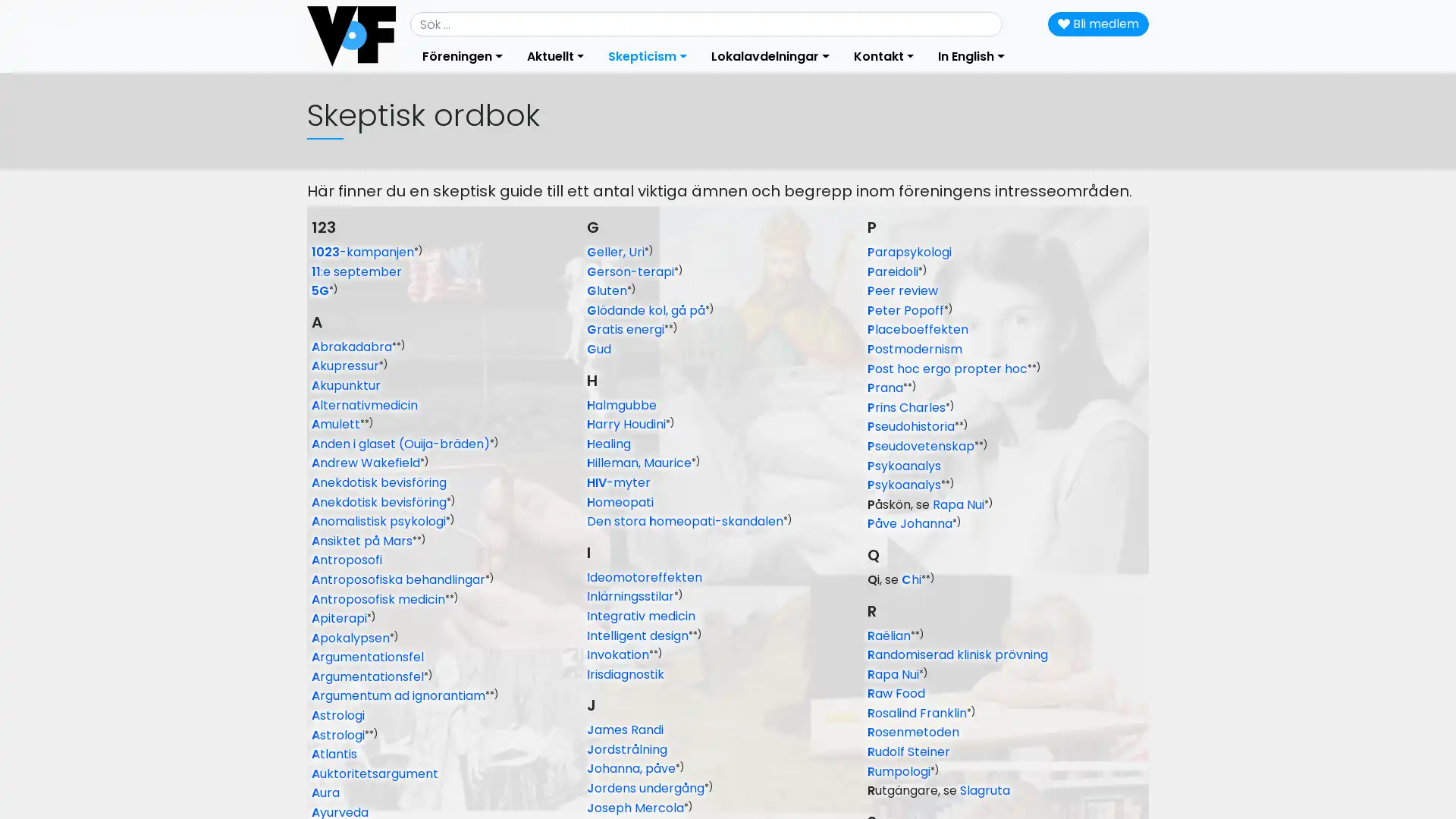 This screenshot has height=819, width=1456. Describe the element at coordinates (1098, 24) in the screenshot. I see `Bli medlem` at that location.